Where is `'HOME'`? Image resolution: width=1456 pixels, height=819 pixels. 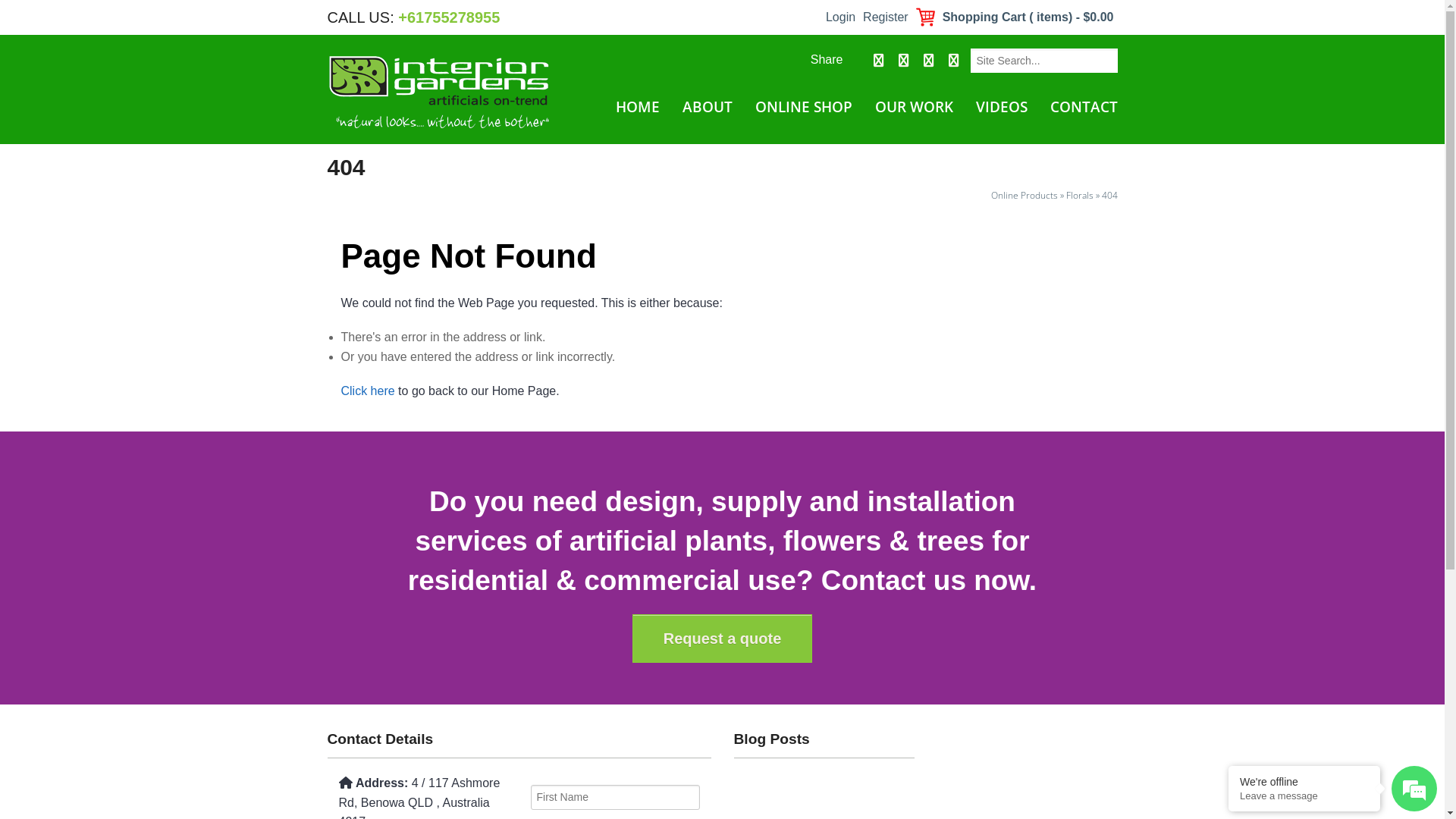
'HOME' is located at coordinates (637, 106).